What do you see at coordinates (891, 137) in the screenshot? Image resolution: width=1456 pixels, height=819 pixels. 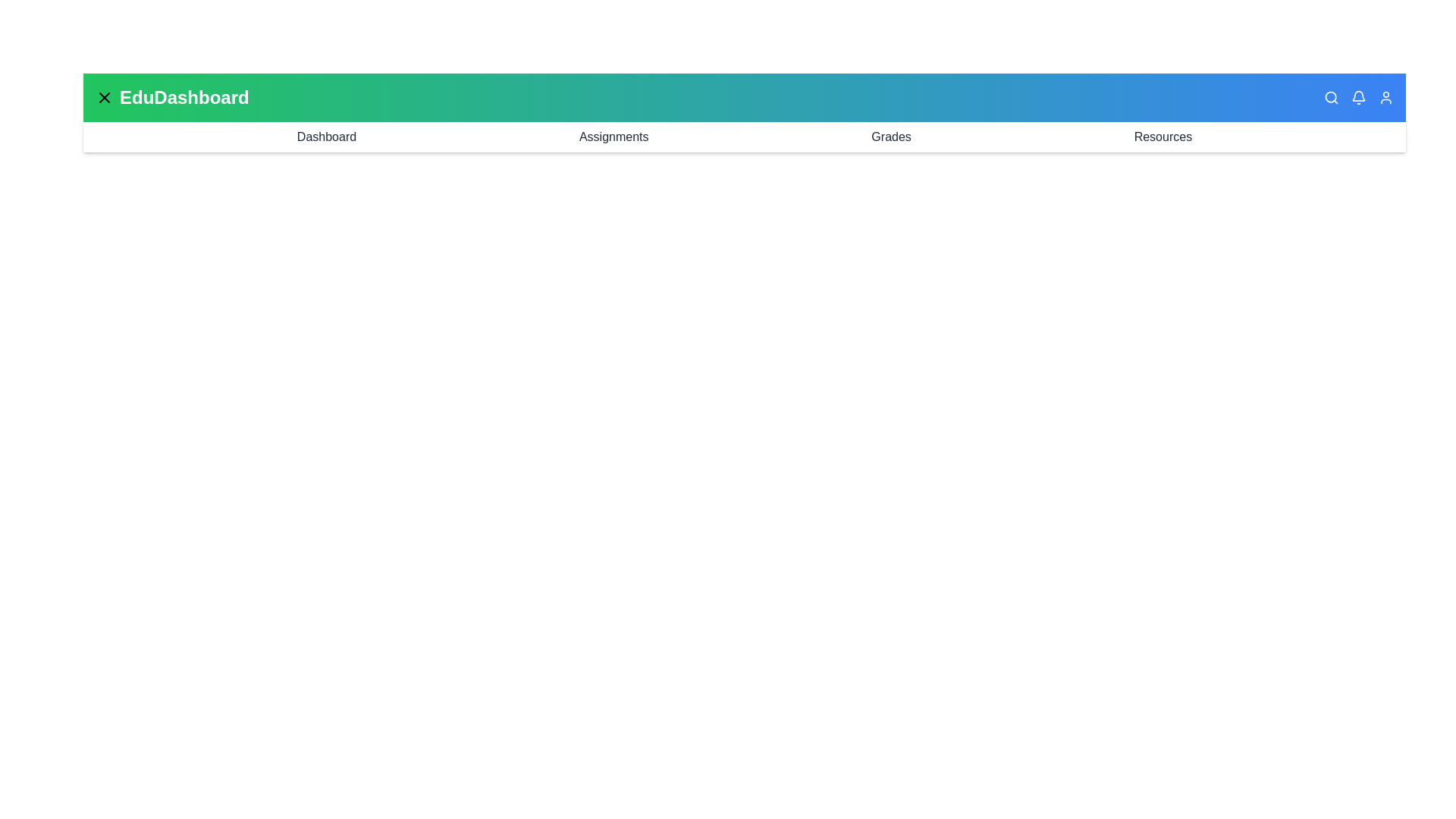 I see `the navigation link Grades to access its section` at bounding box center [891, 137].